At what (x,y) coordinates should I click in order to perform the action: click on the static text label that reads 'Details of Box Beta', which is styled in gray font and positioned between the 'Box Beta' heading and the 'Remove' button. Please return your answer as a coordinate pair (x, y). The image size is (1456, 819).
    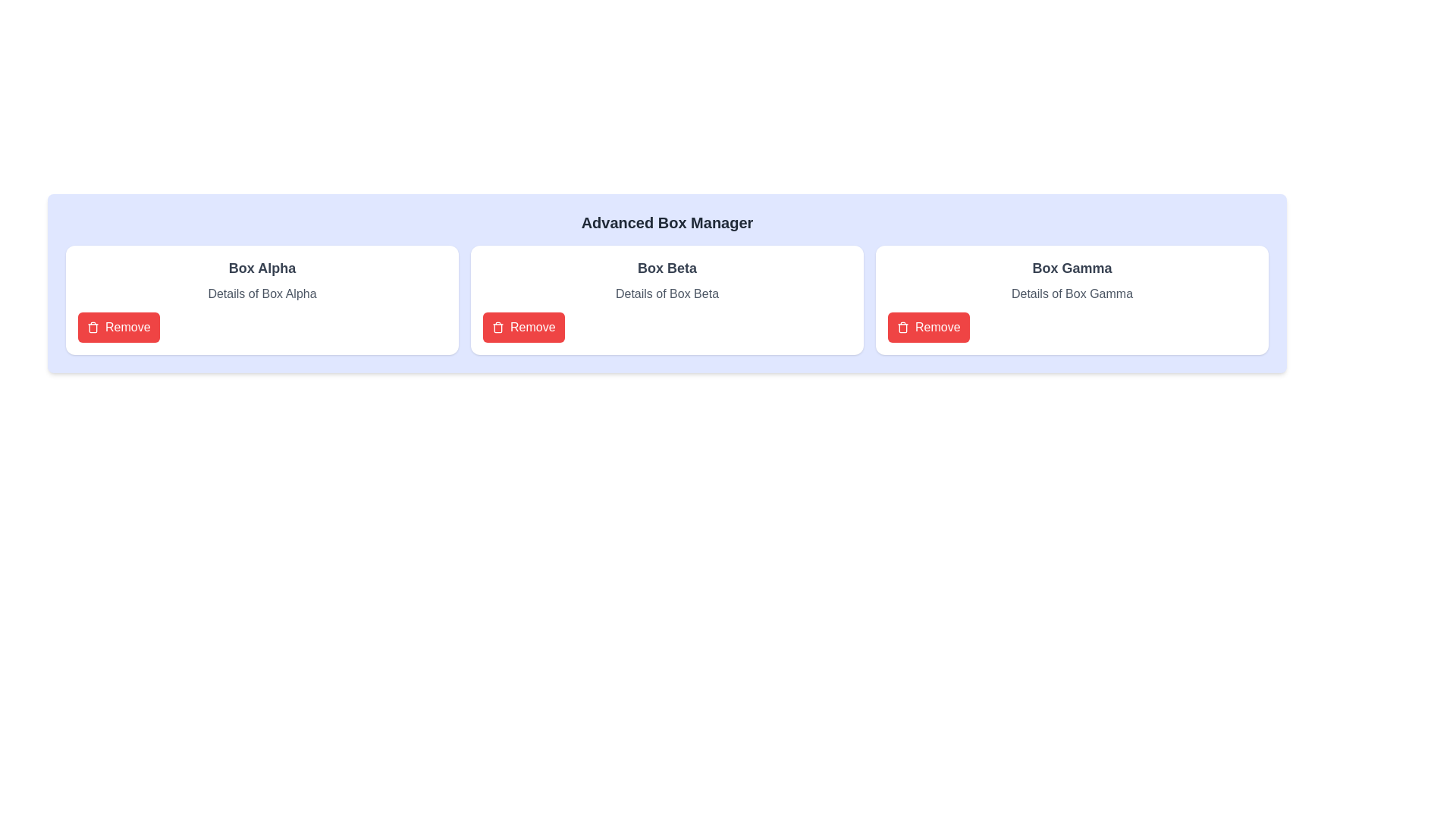
    Looking at the image, I should click on (667, 294).